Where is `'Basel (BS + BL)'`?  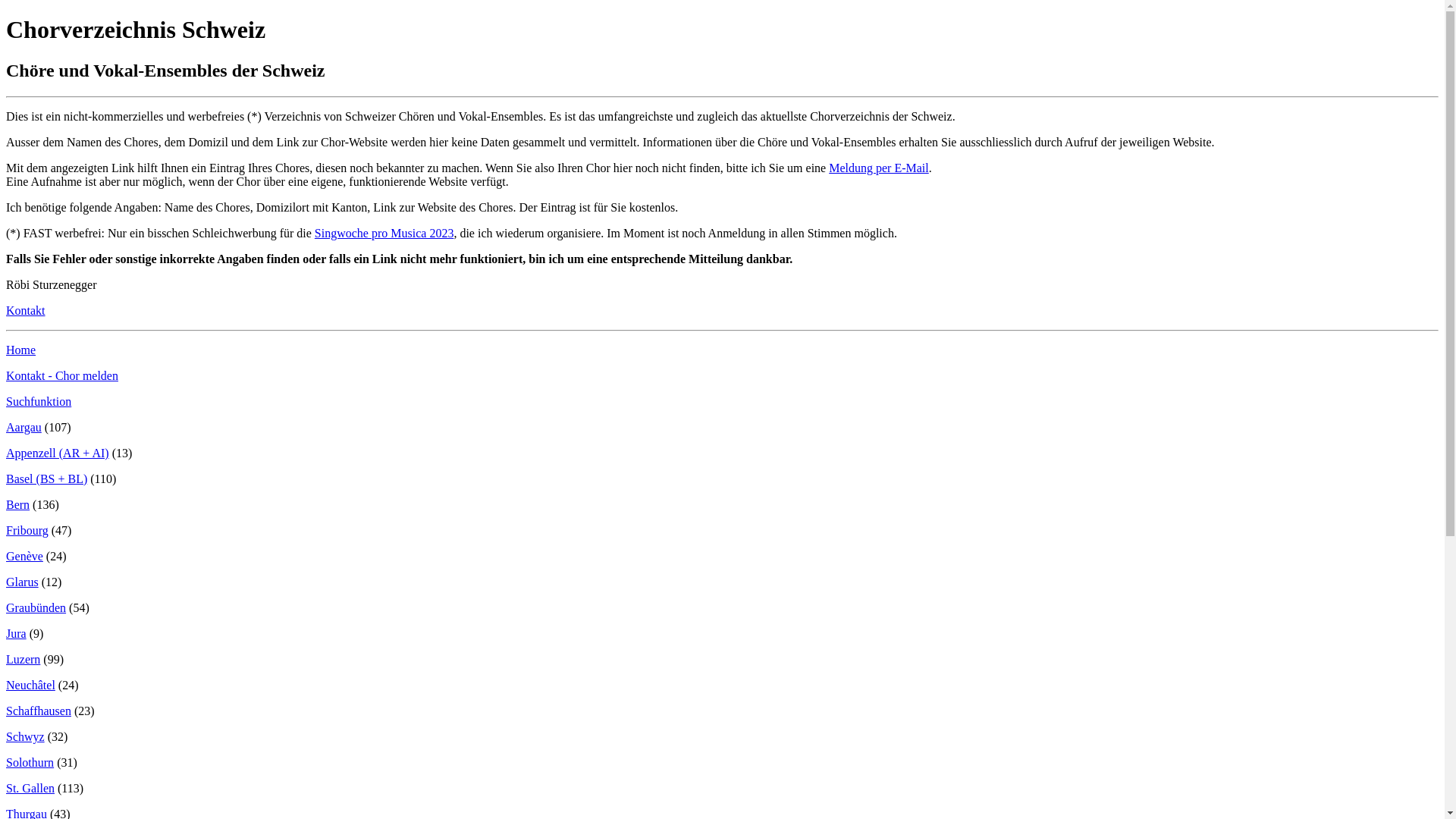 'Basel (BS + BL)' is located at coordinates (6, 479).